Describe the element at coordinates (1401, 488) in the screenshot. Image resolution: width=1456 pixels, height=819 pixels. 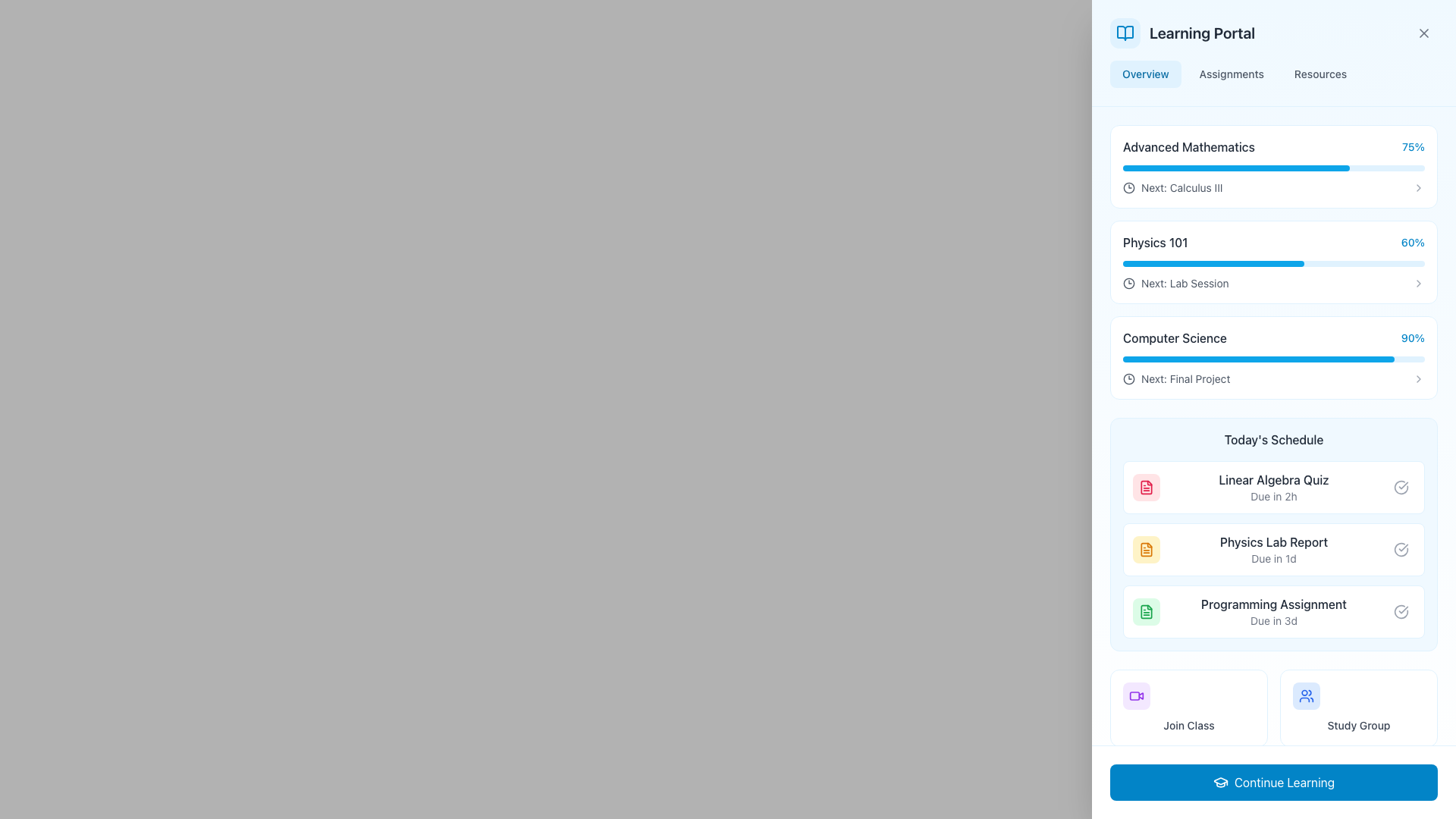
I see `the circular icon button with a gray checkmark located at the far right of the 'Linear Algebra Quiz' schedule item` at that location.